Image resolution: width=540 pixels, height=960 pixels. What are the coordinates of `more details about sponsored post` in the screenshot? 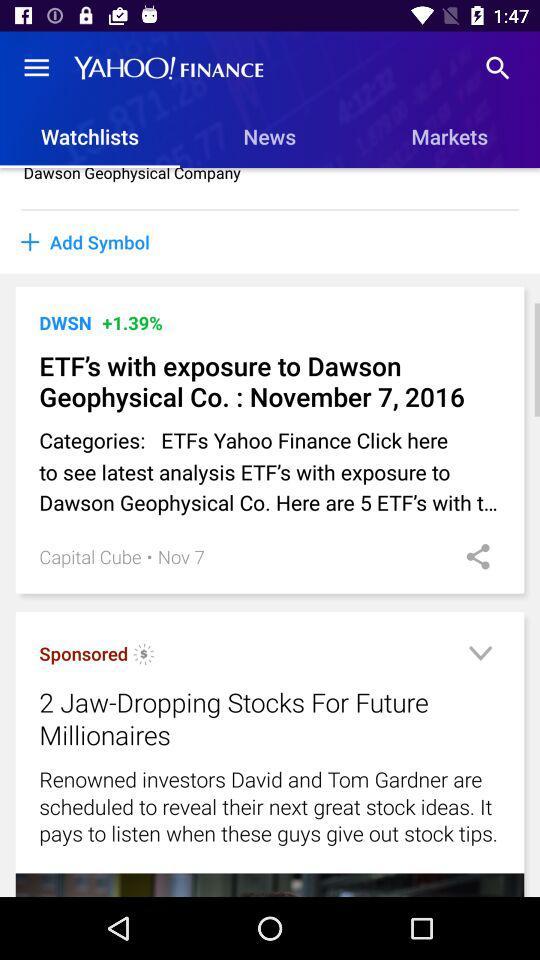 It's located at (479, 655).